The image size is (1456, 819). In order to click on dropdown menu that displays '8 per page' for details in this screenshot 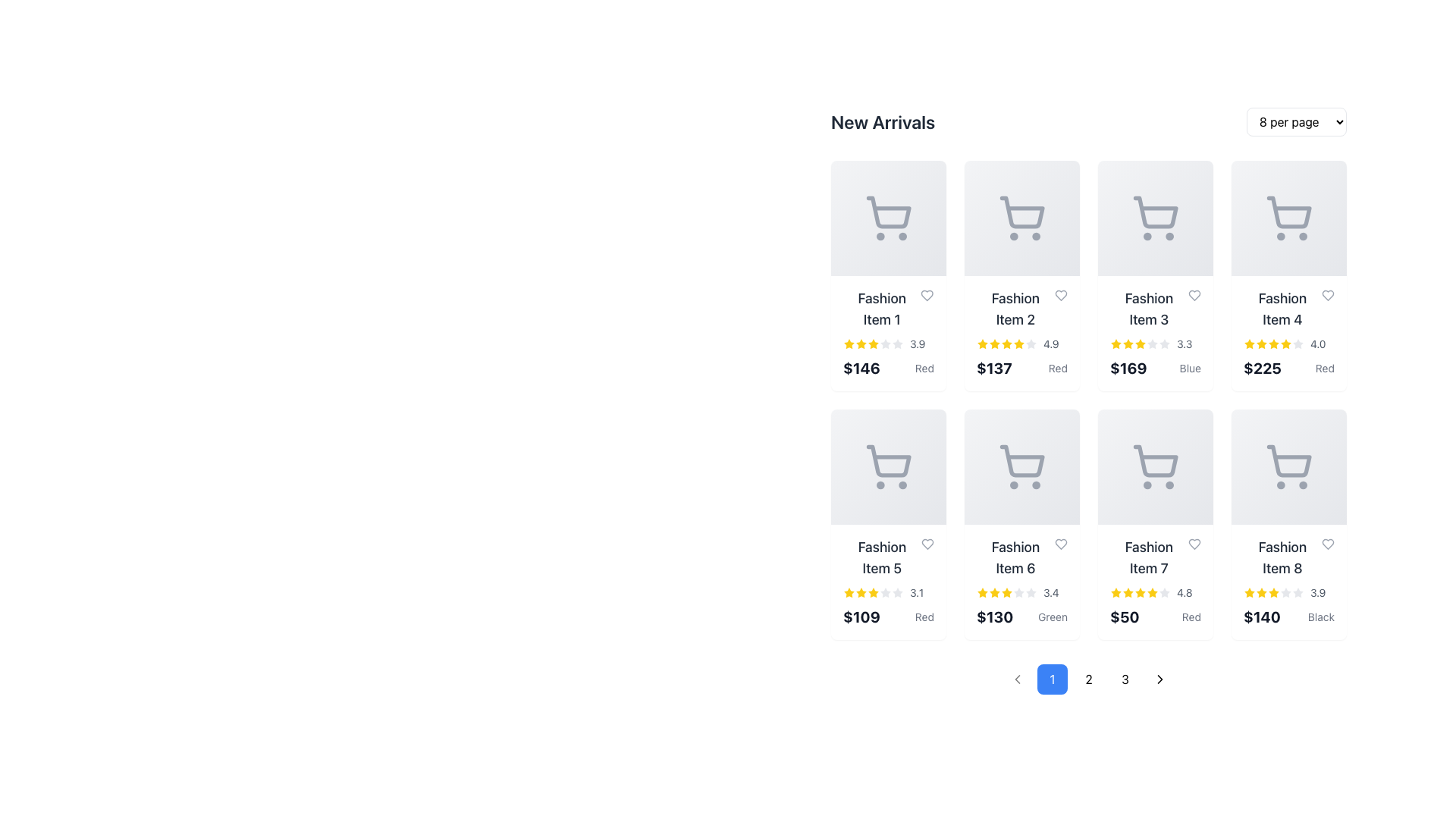, I will do `click(1295, 121)`.